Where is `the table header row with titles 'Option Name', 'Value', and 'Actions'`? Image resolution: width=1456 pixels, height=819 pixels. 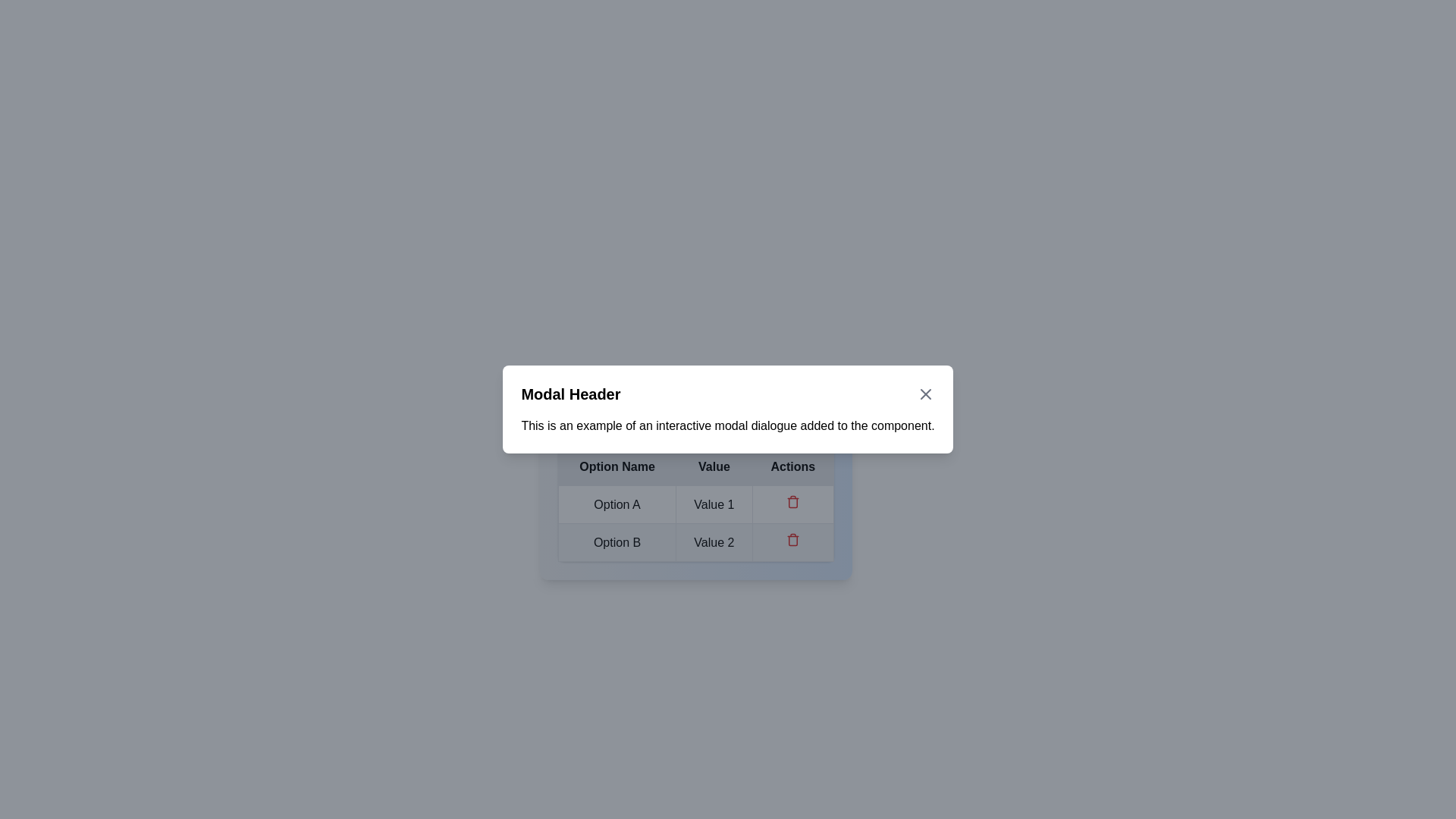 the table header row with titles 'Option Name', 'Value', and 'Actions' is located at coordinates (695, 466).